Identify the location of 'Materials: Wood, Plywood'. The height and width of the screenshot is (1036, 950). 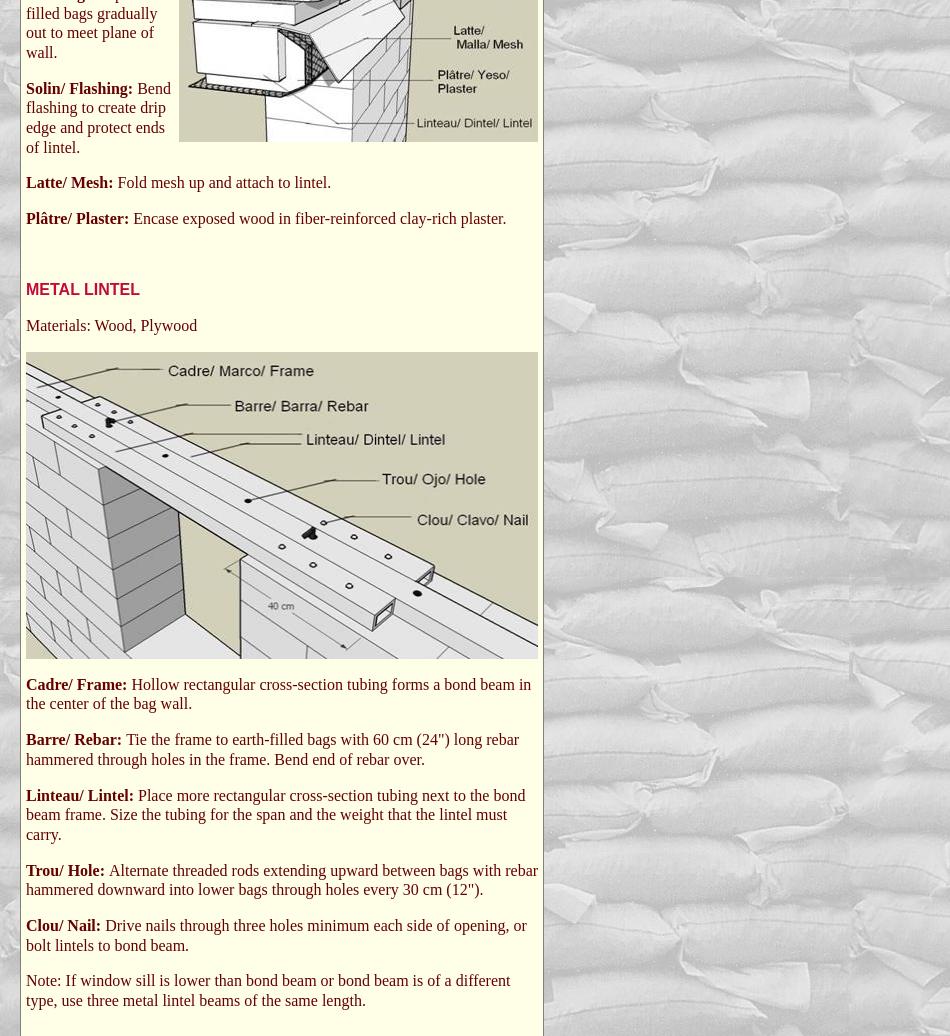
(111, 325).